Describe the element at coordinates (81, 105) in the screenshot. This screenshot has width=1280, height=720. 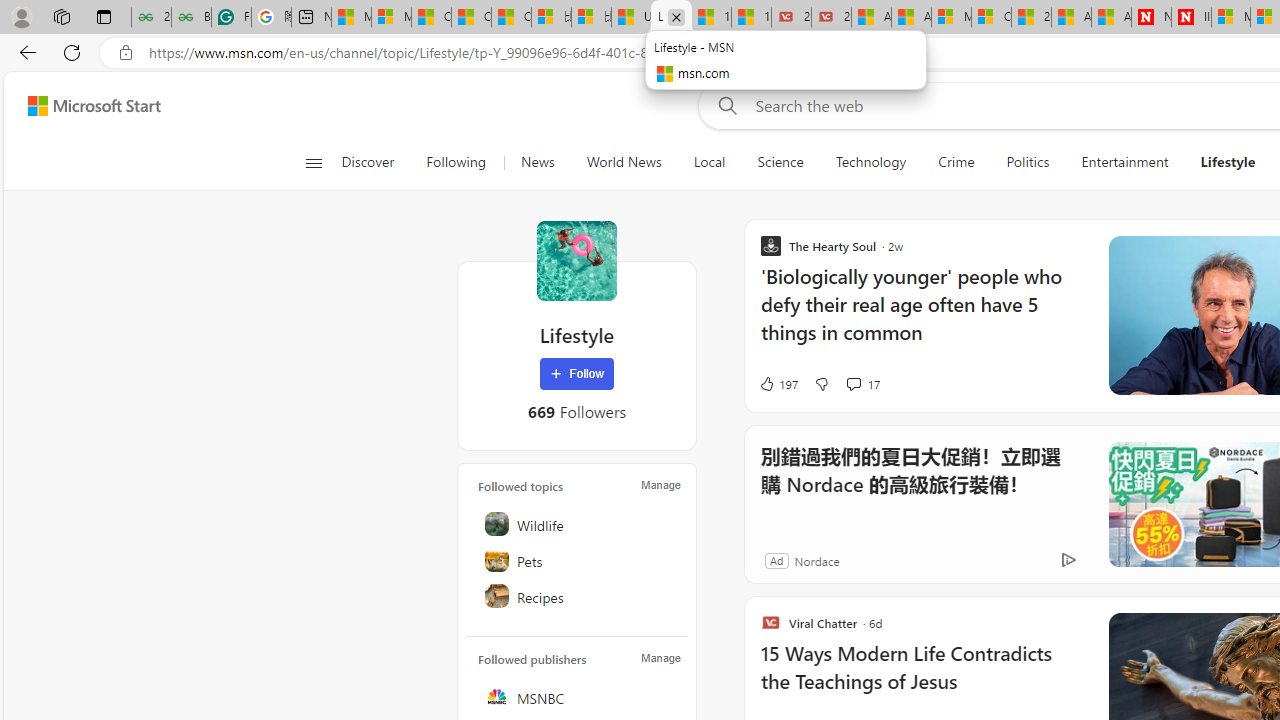
I see `'Skip to footer'` at that location.